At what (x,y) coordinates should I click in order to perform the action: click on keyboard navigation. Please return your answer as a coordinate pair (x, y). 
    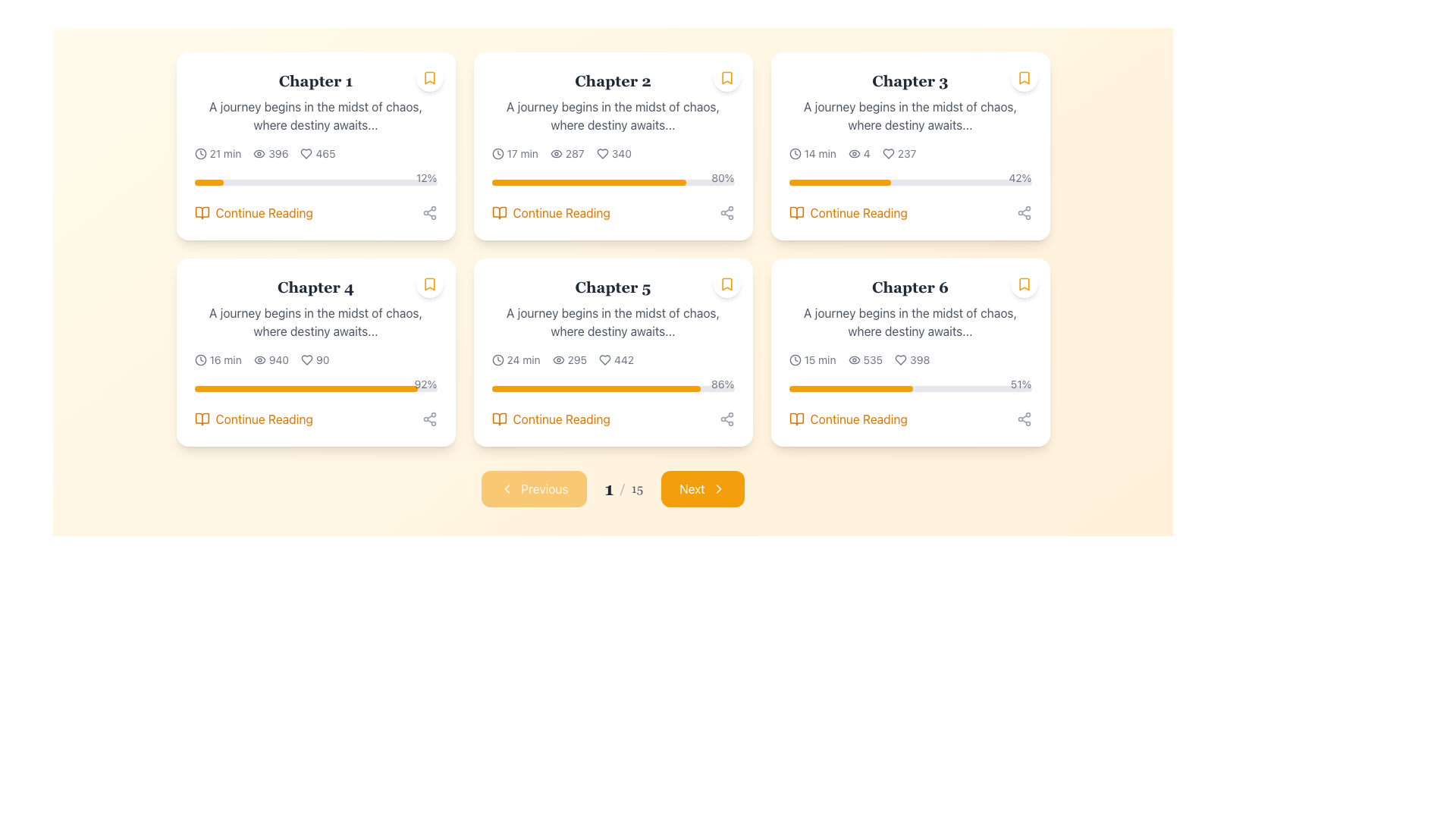
    Looking at the image, I should click on (550, 419).